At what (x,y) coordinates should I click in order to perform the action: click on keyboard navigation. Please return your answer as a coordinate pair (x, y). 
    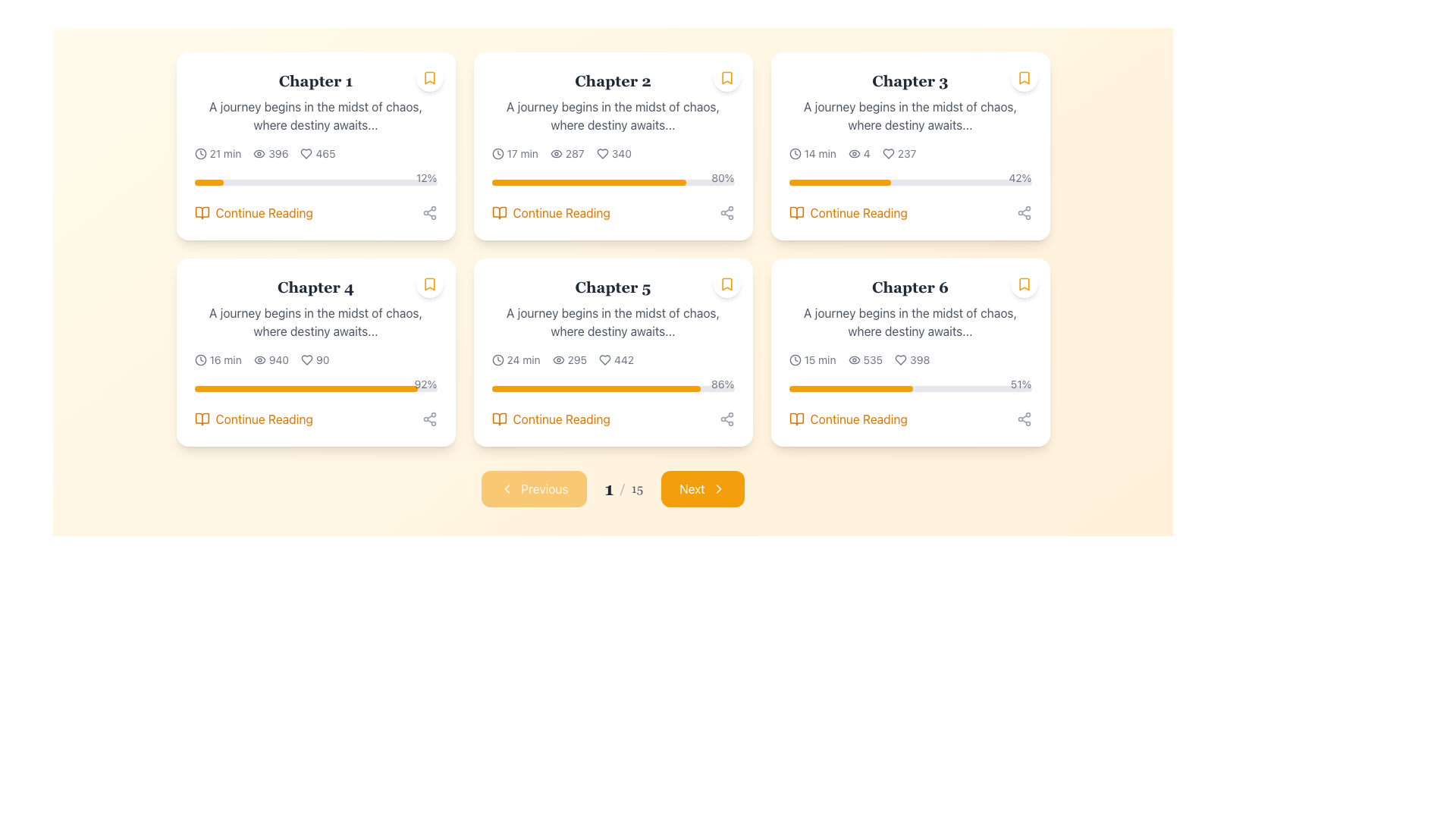
    Looking at the image, I should click on (550, 419).